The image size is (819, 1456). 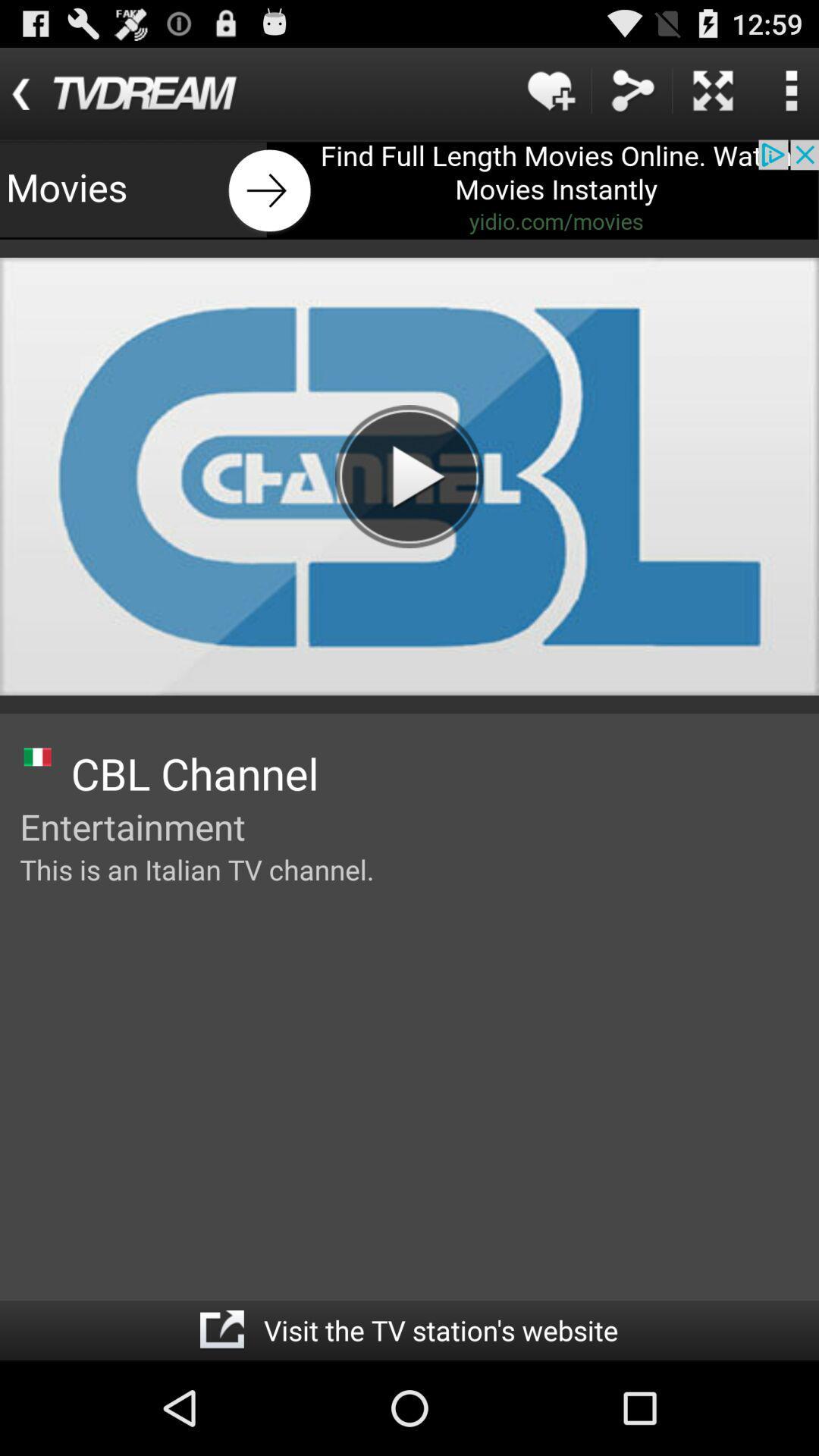 I want to click on play, so click(x=408, y=475).